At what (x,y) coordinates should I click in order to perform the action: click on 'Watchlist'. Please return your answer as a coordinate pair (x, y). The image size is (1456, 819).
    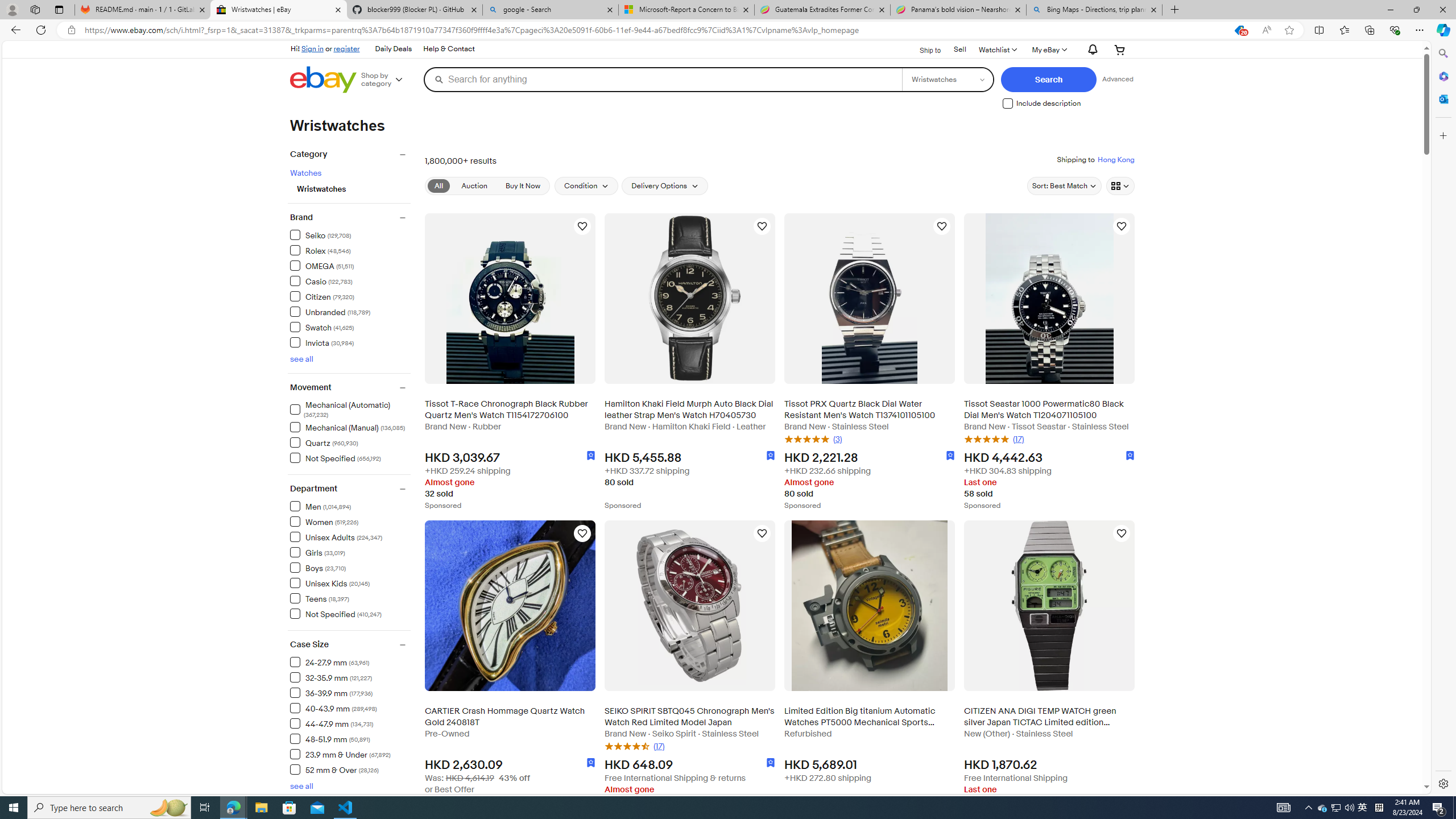
    Looking at the image, I should click on (996, 49).